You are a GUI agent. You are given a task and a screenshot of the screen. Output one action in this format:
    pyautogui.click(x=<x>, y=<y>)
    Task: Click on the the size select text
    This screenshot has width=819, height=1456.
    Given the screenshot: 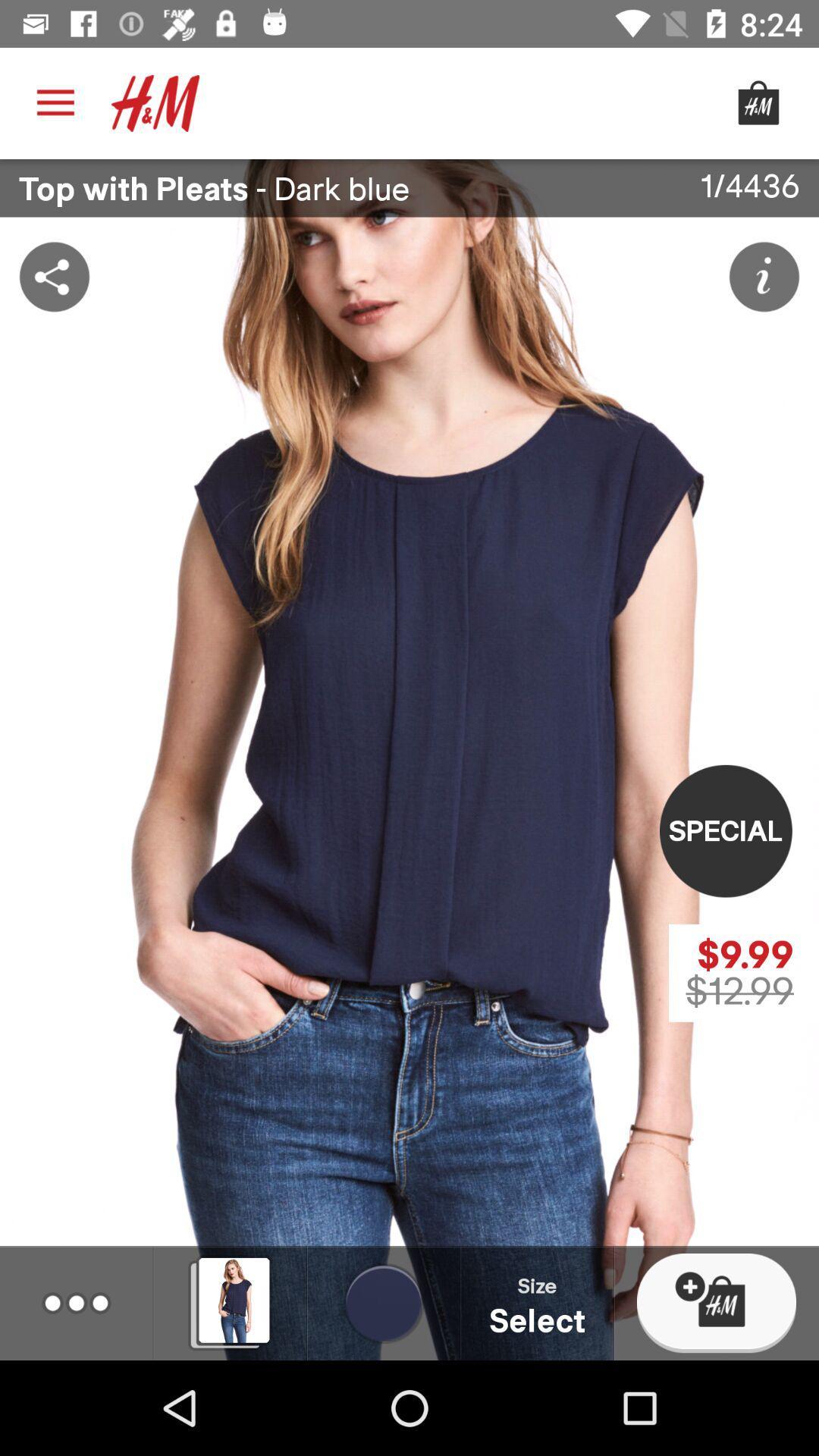 What is the action you would take?
    pyautogui.click(x=537, y=1302)
    